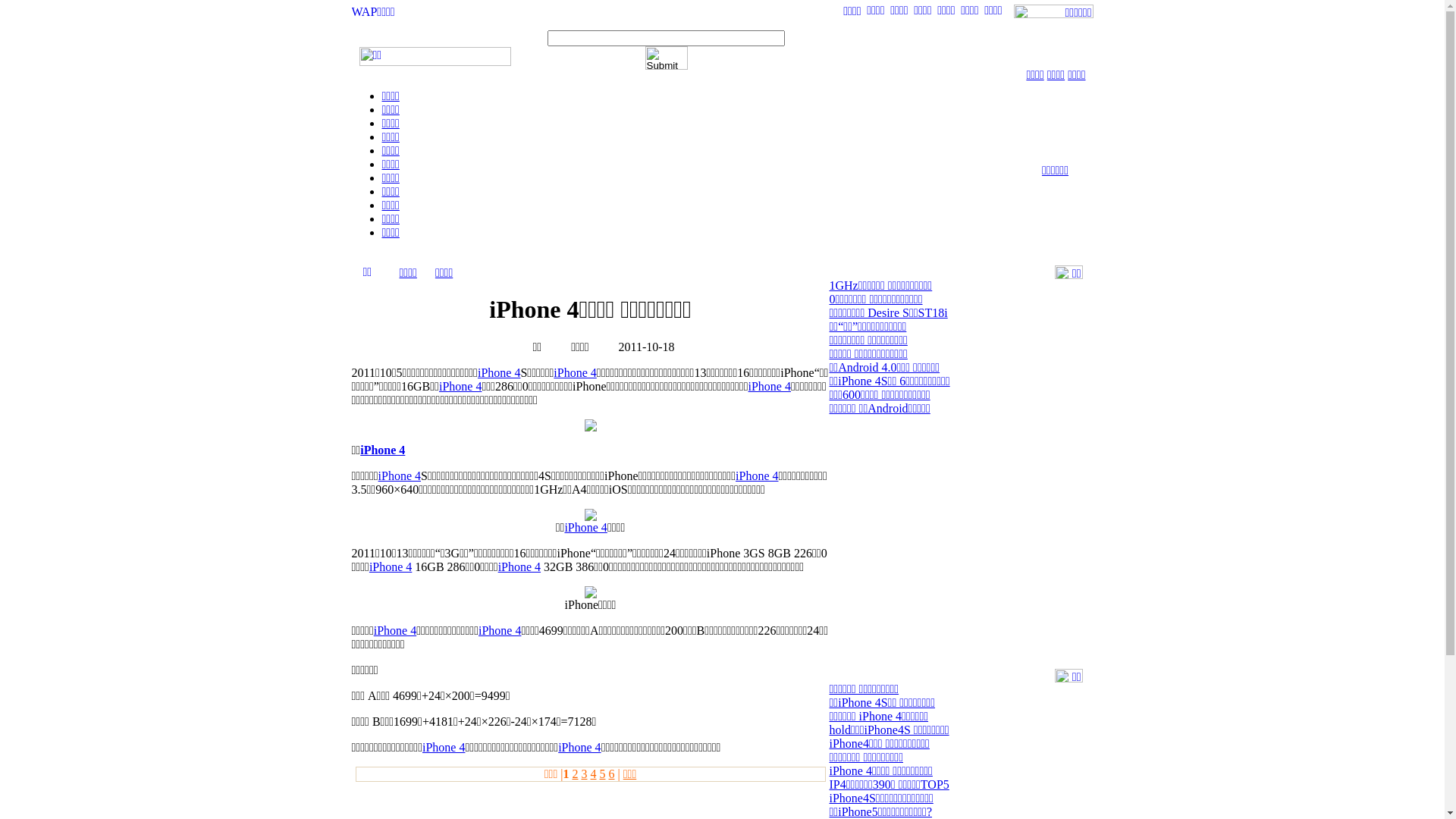 The image size is (1456, 819). Describe the element at coordinates (592, 773) in the screenshot. I see `'4'` at that location.